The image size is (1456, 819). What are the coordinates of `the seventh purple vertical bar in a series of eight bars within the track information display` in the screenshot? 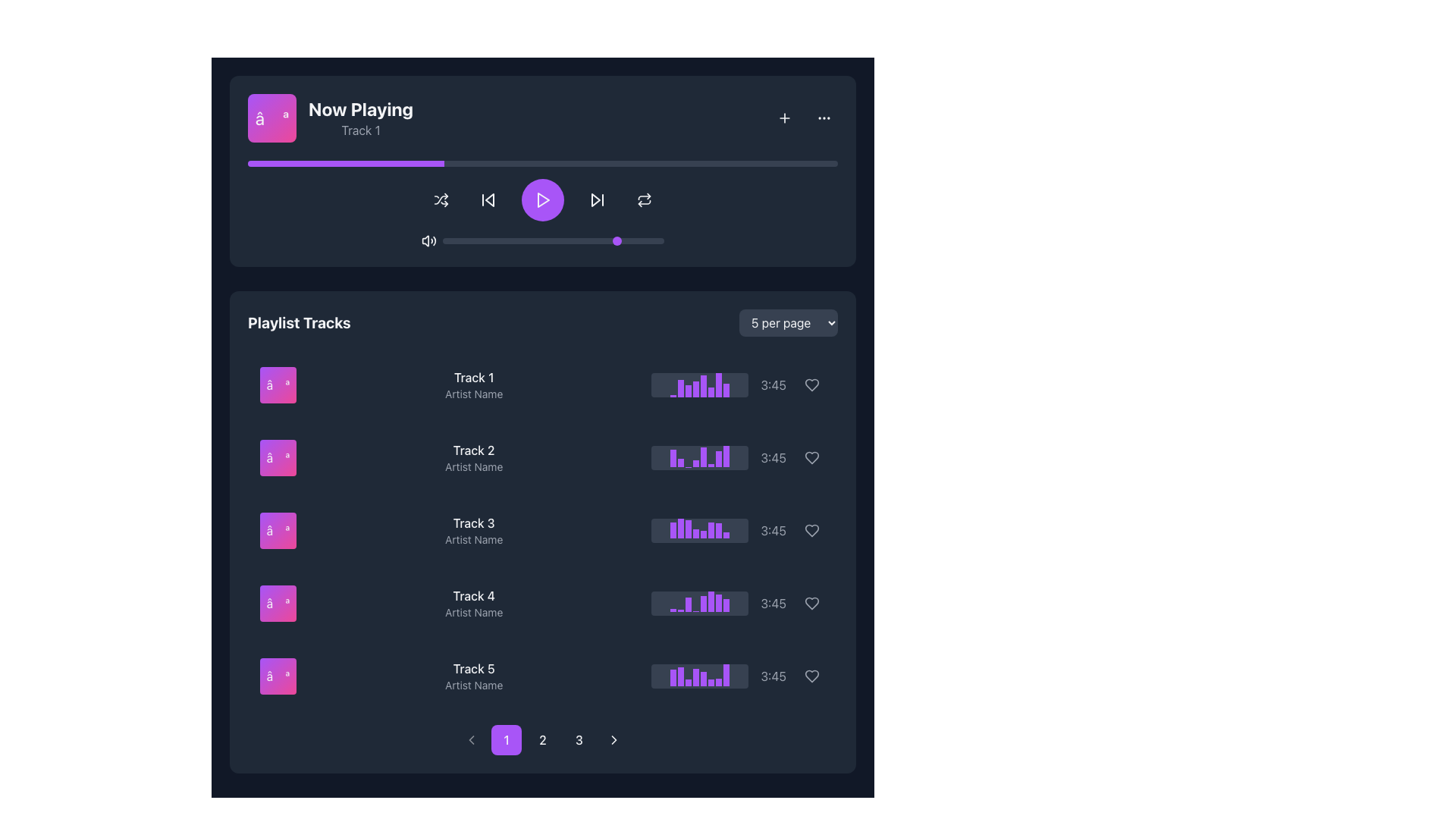 It's located at (718, 384).